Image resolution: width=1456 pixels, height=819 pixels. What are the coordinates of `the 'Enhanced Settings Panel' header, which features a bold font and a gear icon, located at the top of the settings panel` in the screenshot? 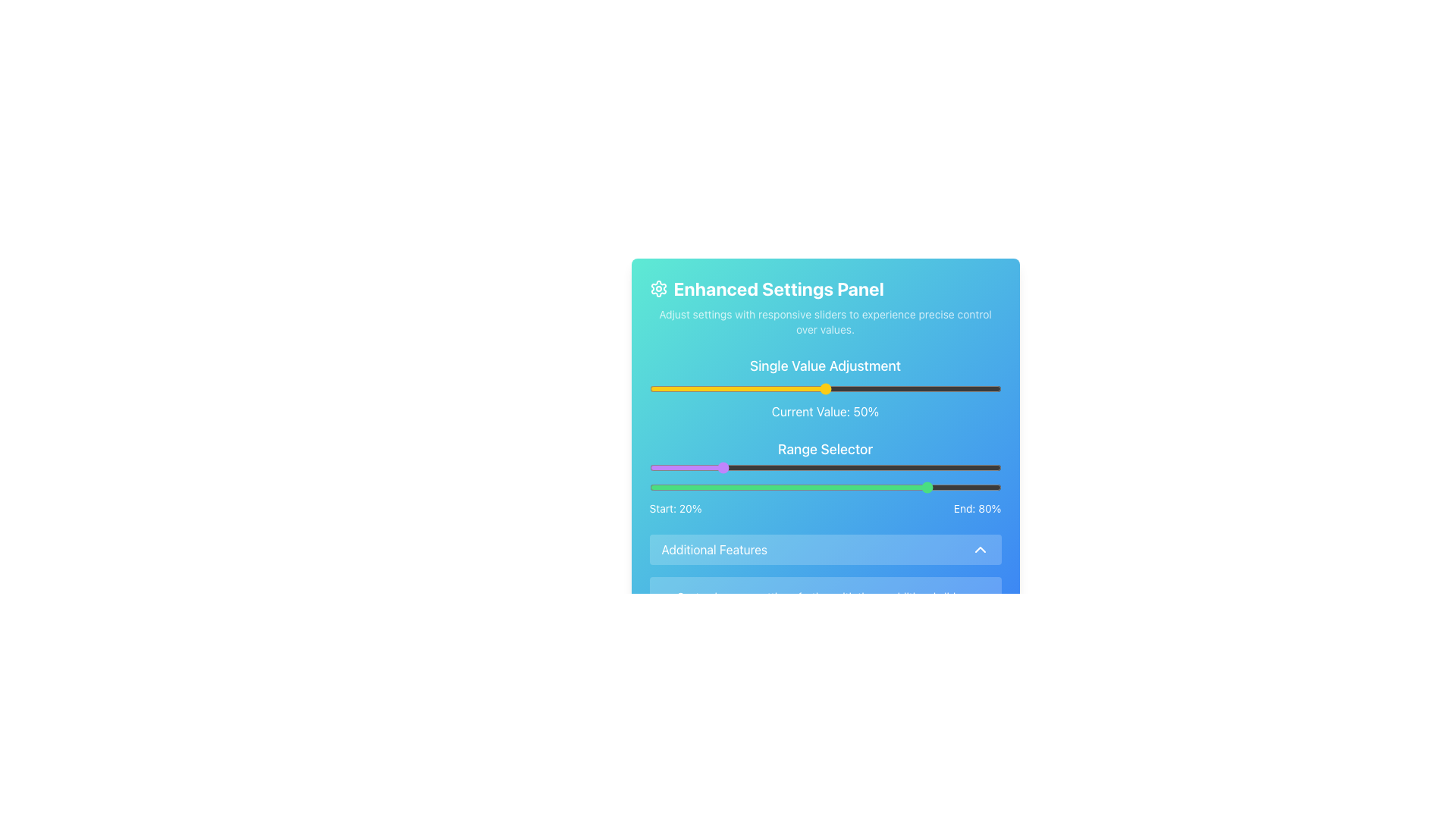 It's located at (824, 289).